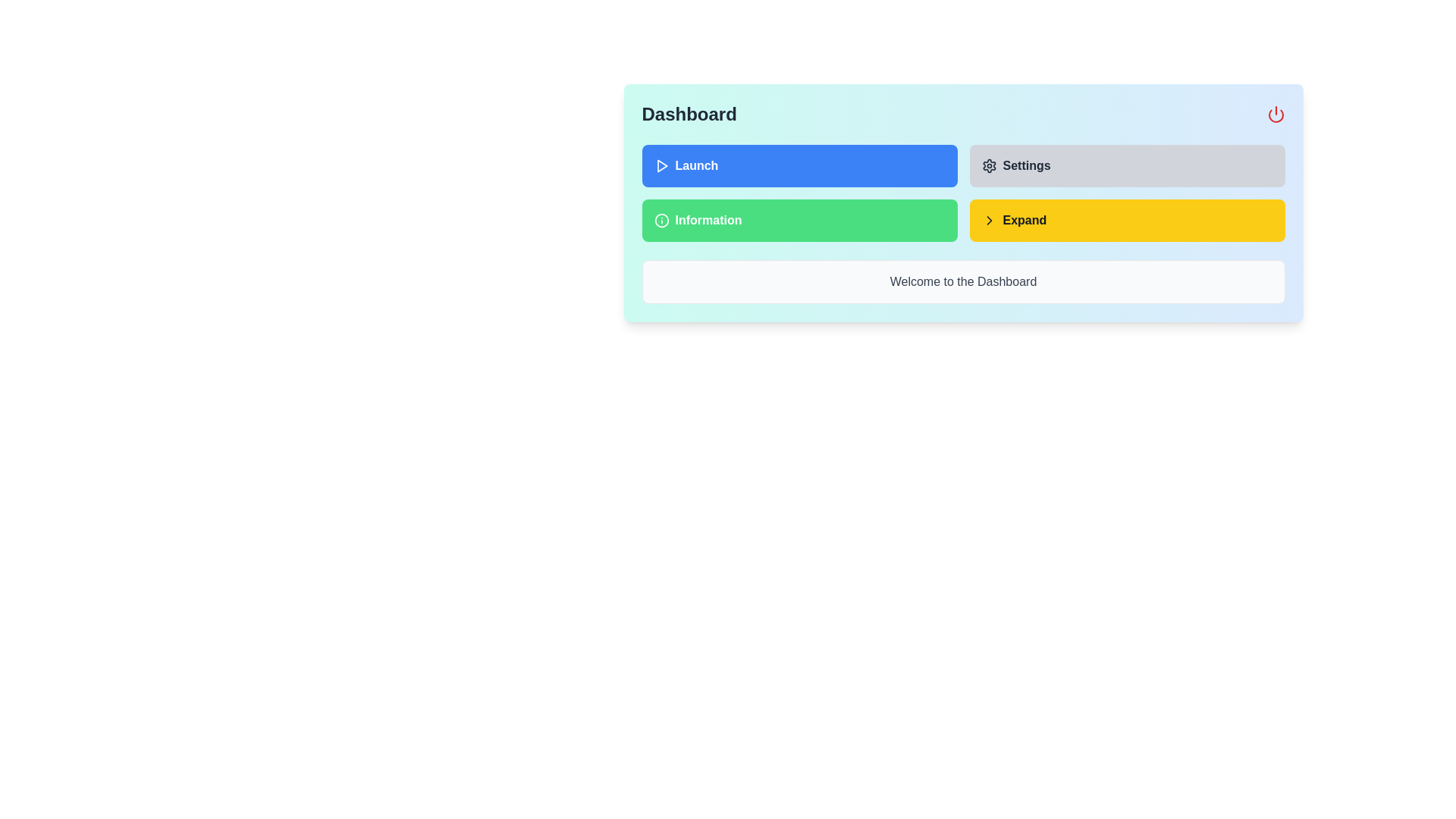  What do you see at coordinates (989, 166) in the screenshot?
I see `the settings icon located inside the gray button labeled 'Settings'` at bounding box center [989, 166].